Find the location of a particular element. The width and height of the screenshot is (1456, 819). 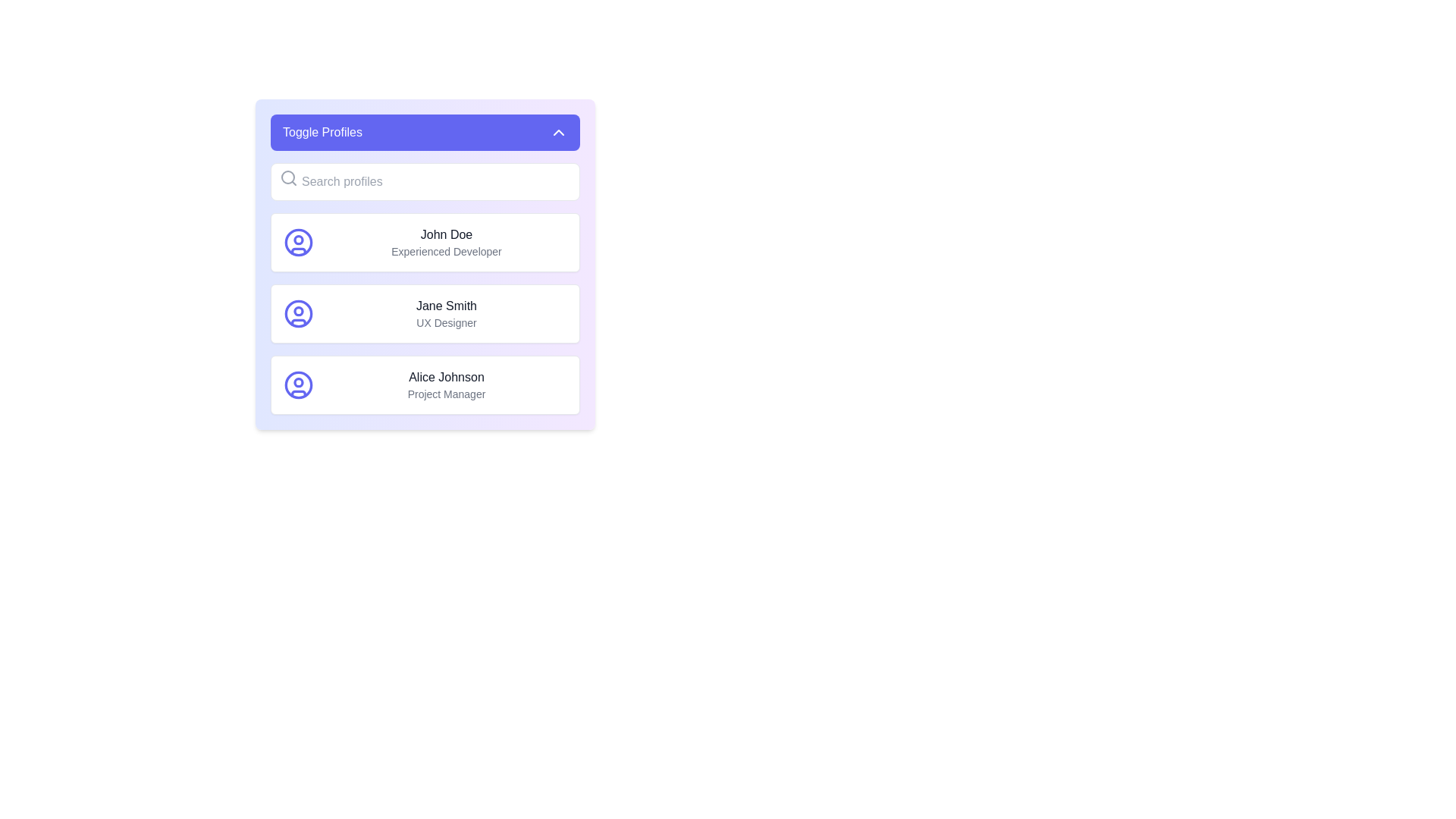

the profile list display box is located at coordinates (425, 263).